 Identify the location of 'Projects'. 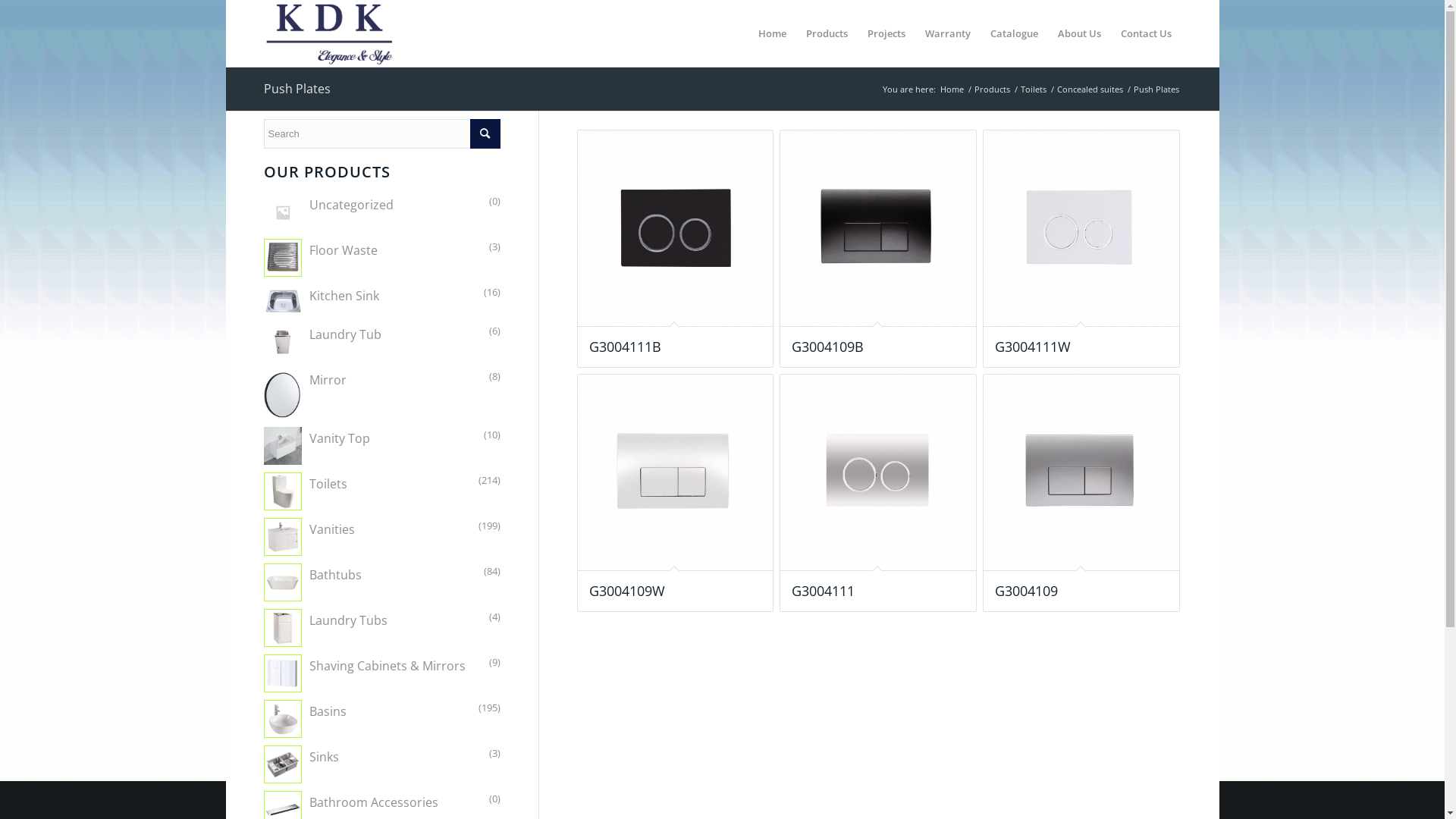
(856, 33).